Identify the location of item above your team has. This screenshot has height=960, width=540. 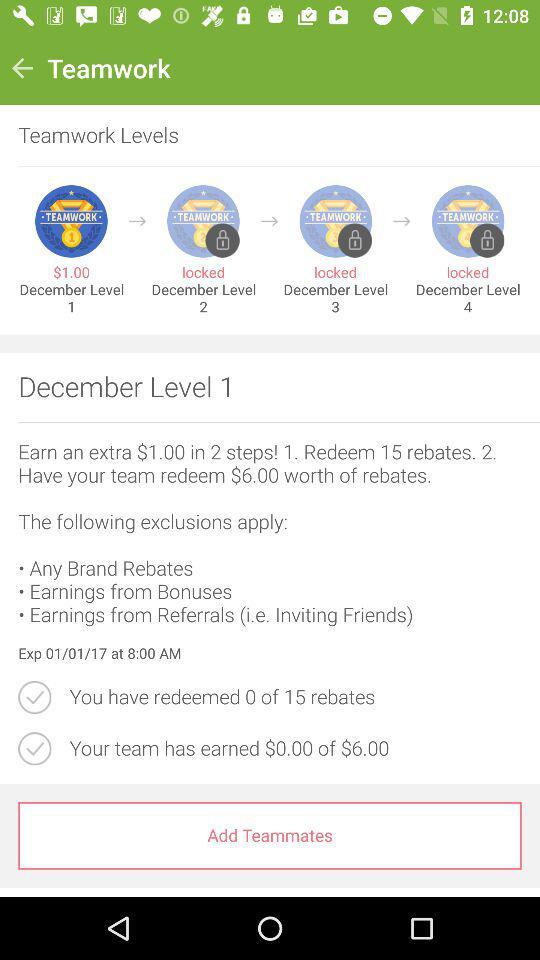
(294, 697).